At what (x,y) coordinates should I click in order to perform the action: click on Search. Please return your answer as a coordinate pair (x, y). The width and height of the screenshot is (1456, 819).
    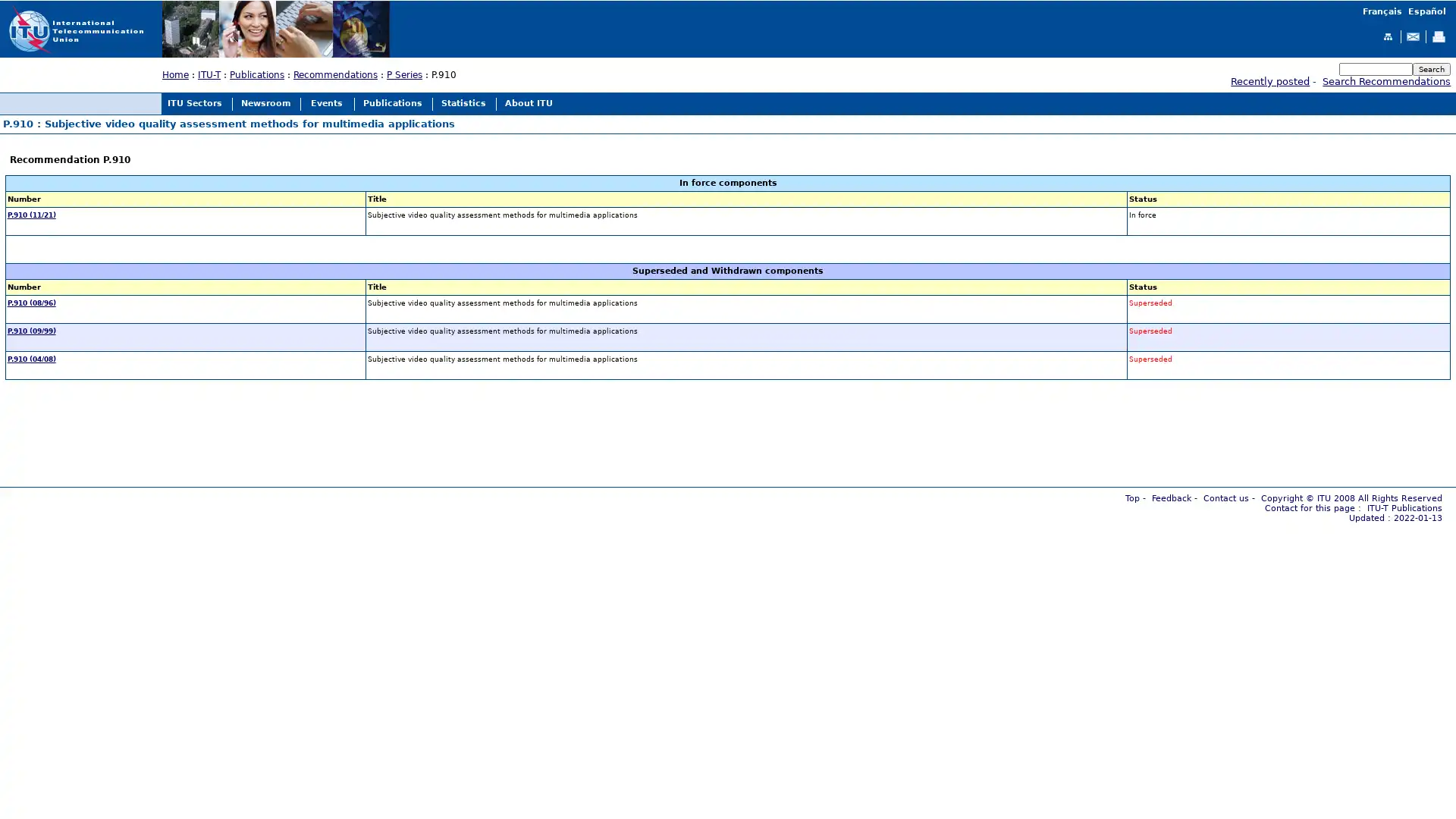
    Looking at the image, I should click on (1430, 68).